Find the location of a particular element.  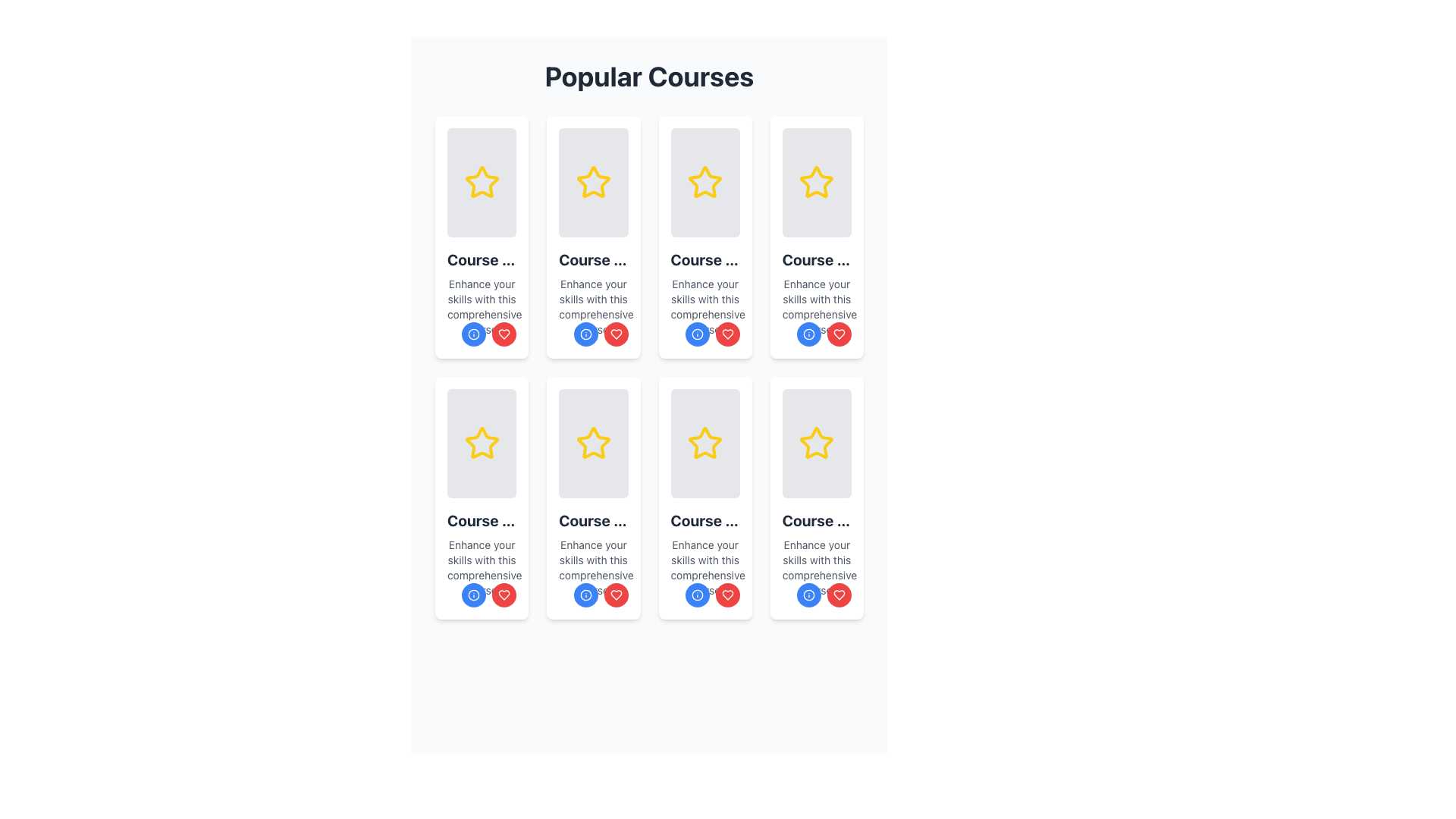

the left circular button at the bottom-right corner of the course card is located at coordinates (585, 595).